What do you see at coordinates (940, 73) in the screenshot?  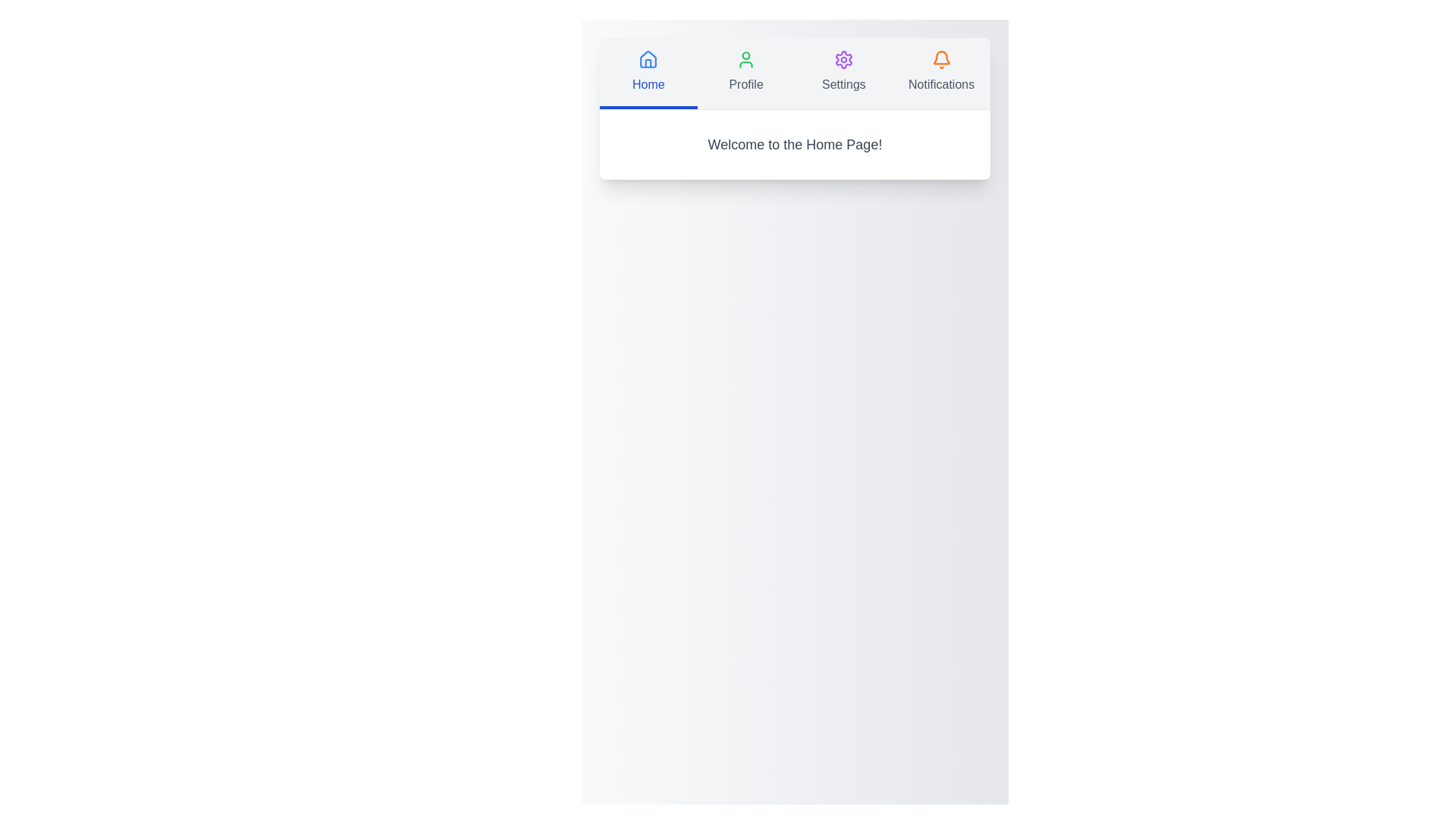 I see `the Notifications tab` at bounding box center [940, 73].